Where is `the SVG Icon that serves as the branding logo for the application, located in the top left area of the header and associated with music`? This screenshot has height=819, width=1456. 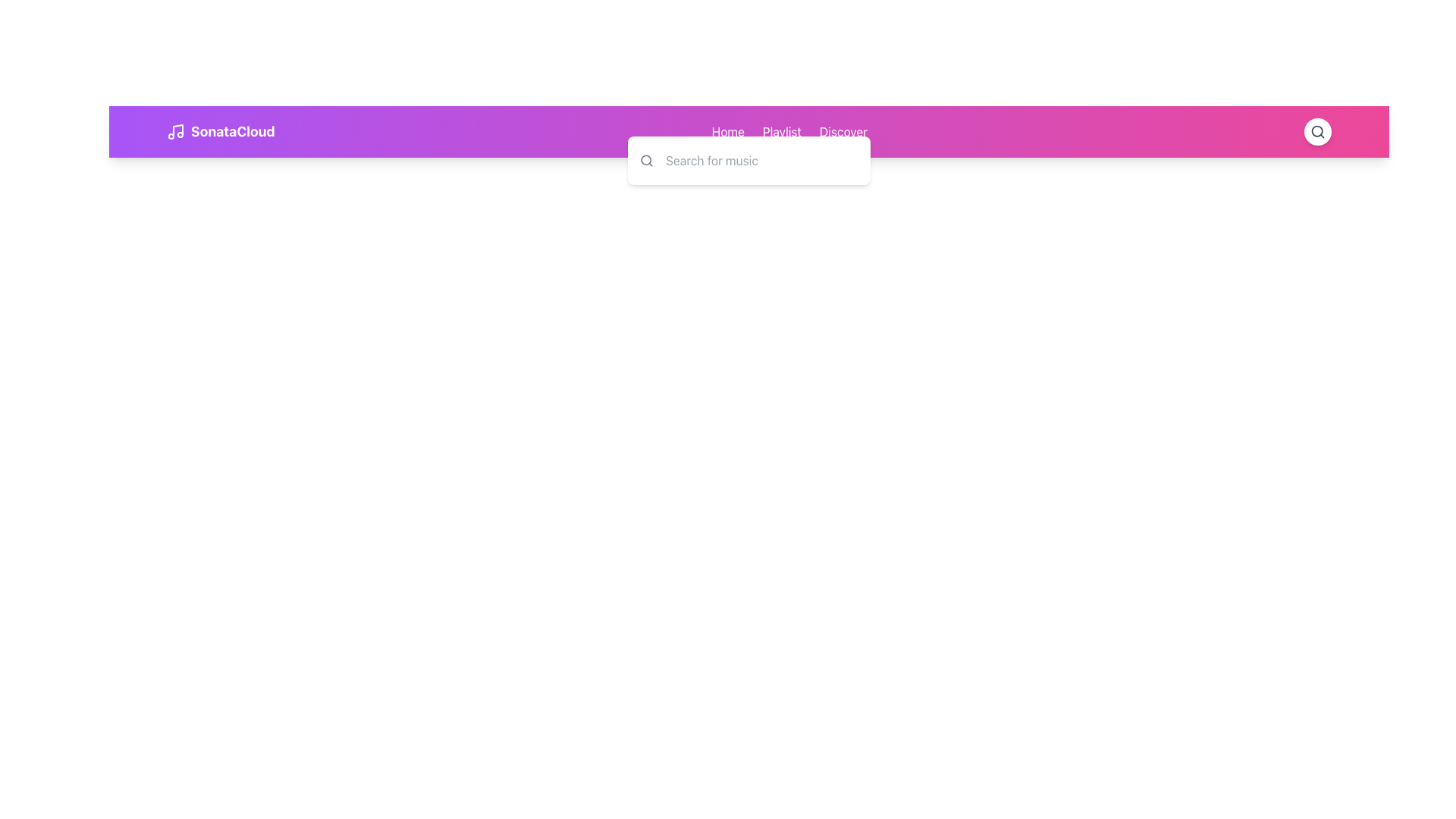
the SVG Icon that serves as the branding logo for the application, located in the top left area of the header and associated with music is located at coordinates (175, 130).